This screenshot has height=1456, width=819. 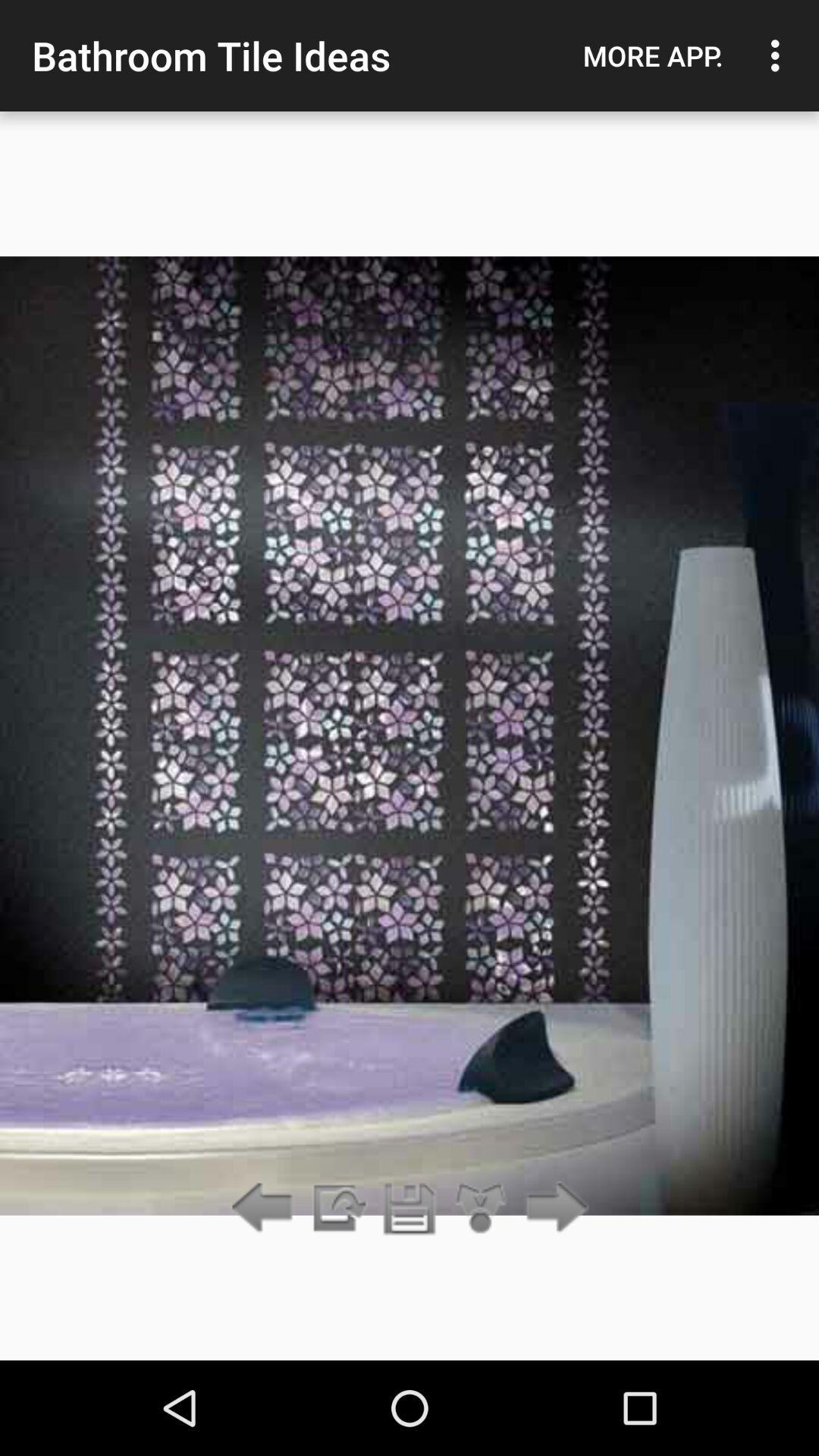 I want to click on the arrow_backward icon, so click(x=265, y=1208).